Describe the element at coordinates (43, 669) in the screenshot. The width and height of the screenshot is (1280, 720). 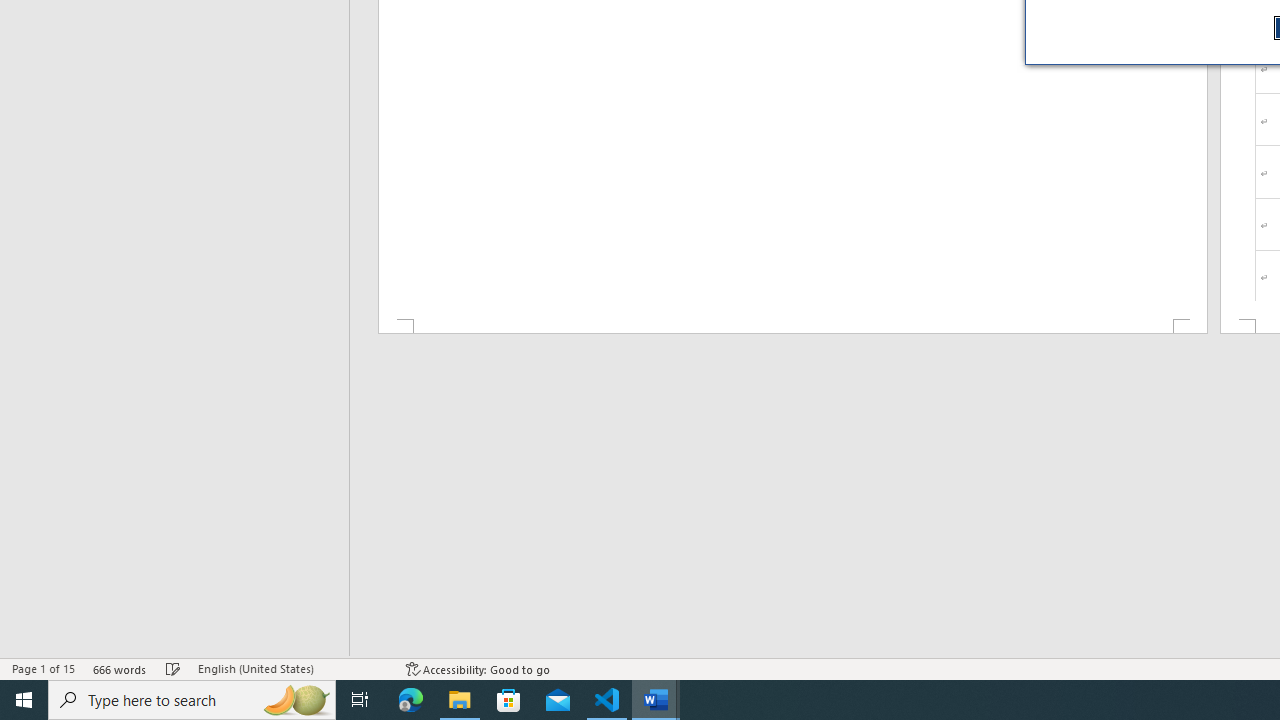
I see `'Page Number Page 1 of 15'` at that location.